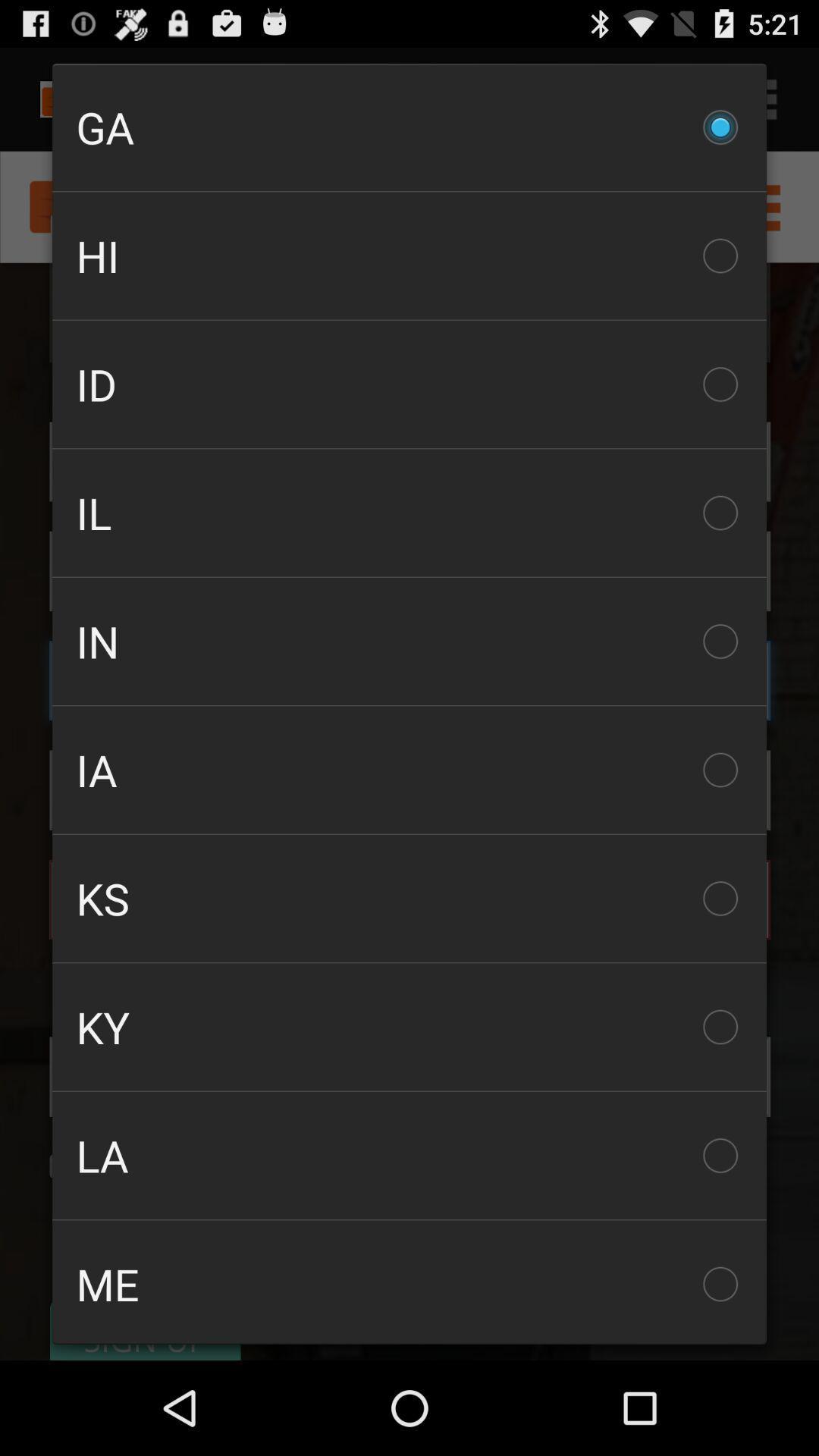 The width and height of the screenshot is (819, 1456). What do you see at coordinates (409, 899) in the screenshot?
I see `the ks` at bounding box center [409, 899].